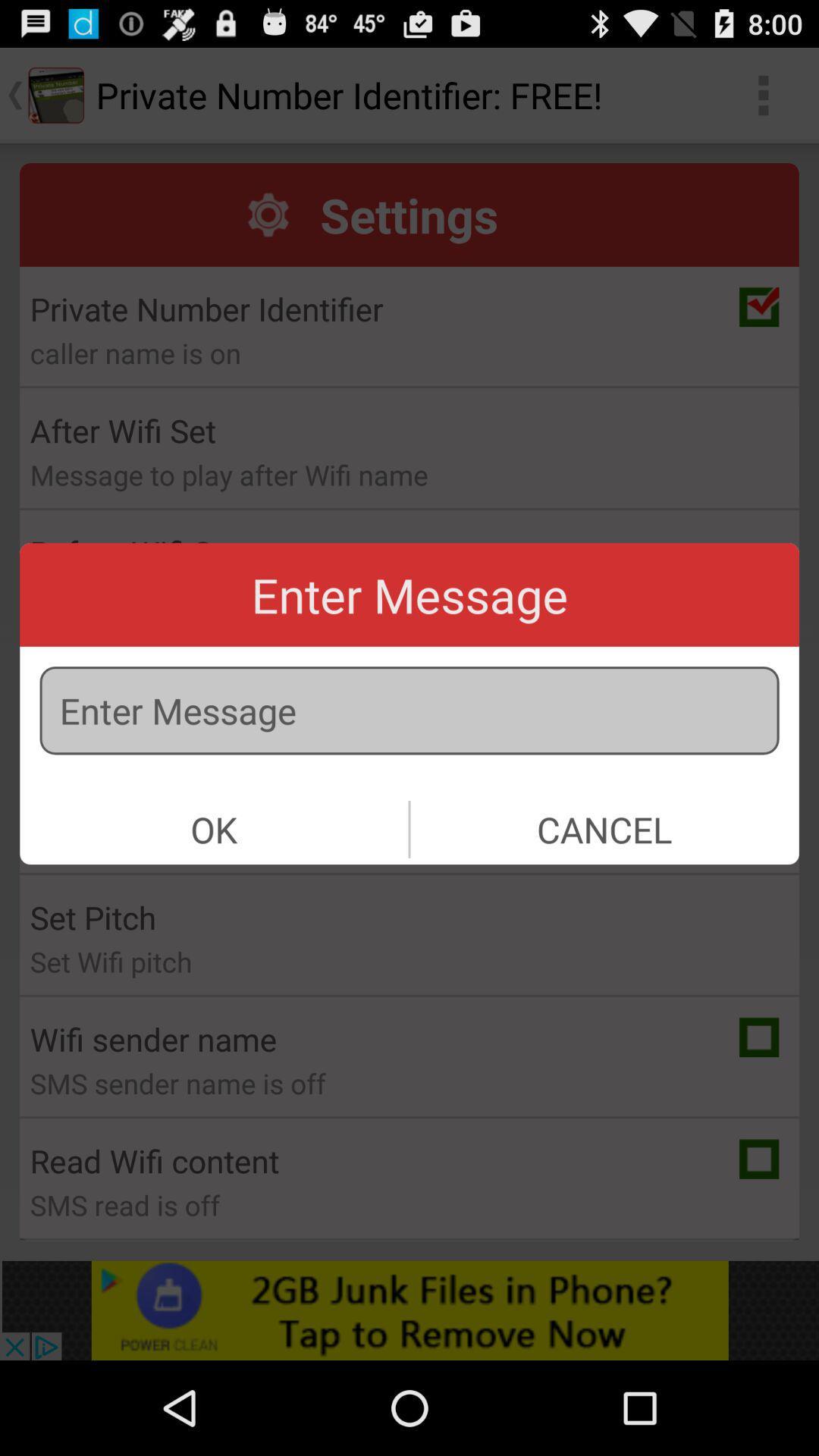  Describe the element at coordinates (409, 710) in the screenshot. I see `or type a message` at that location.